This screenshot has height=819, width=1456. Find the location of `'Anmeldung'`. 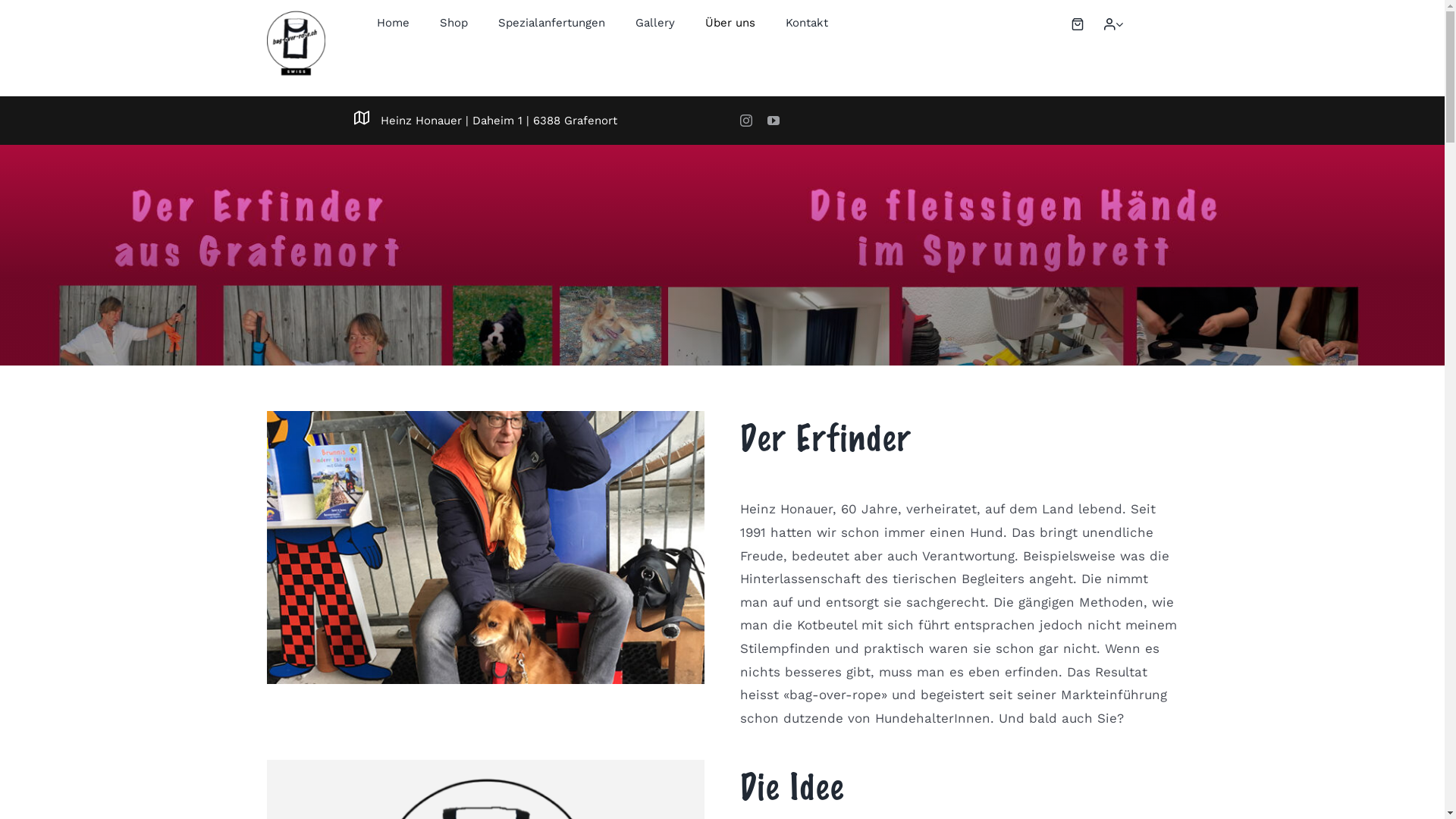

'Anmeldung' is located at coordinates (1083, 184).